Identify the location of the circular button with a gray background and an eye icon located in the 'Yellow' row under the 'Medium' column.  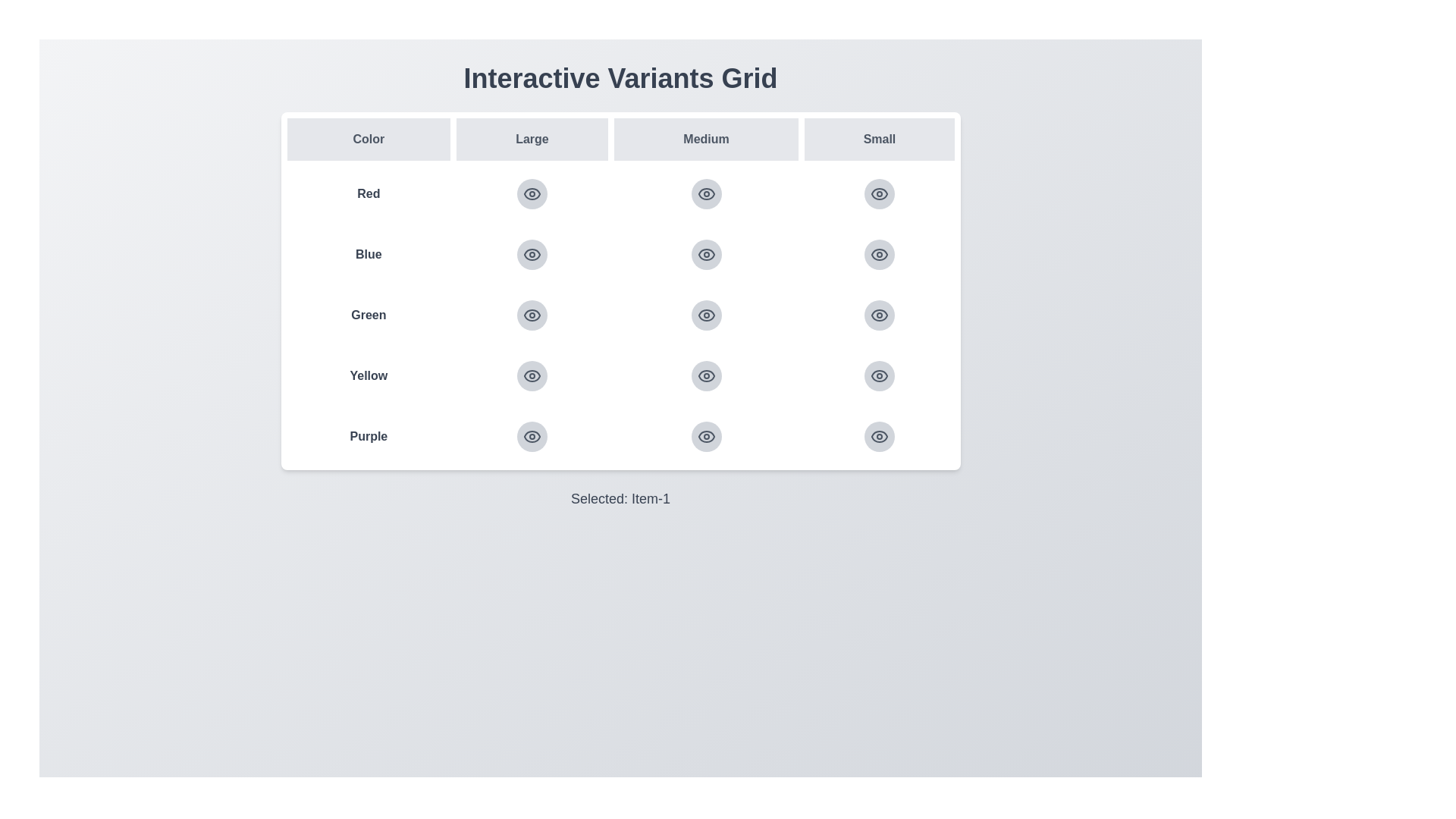
(705, 375).